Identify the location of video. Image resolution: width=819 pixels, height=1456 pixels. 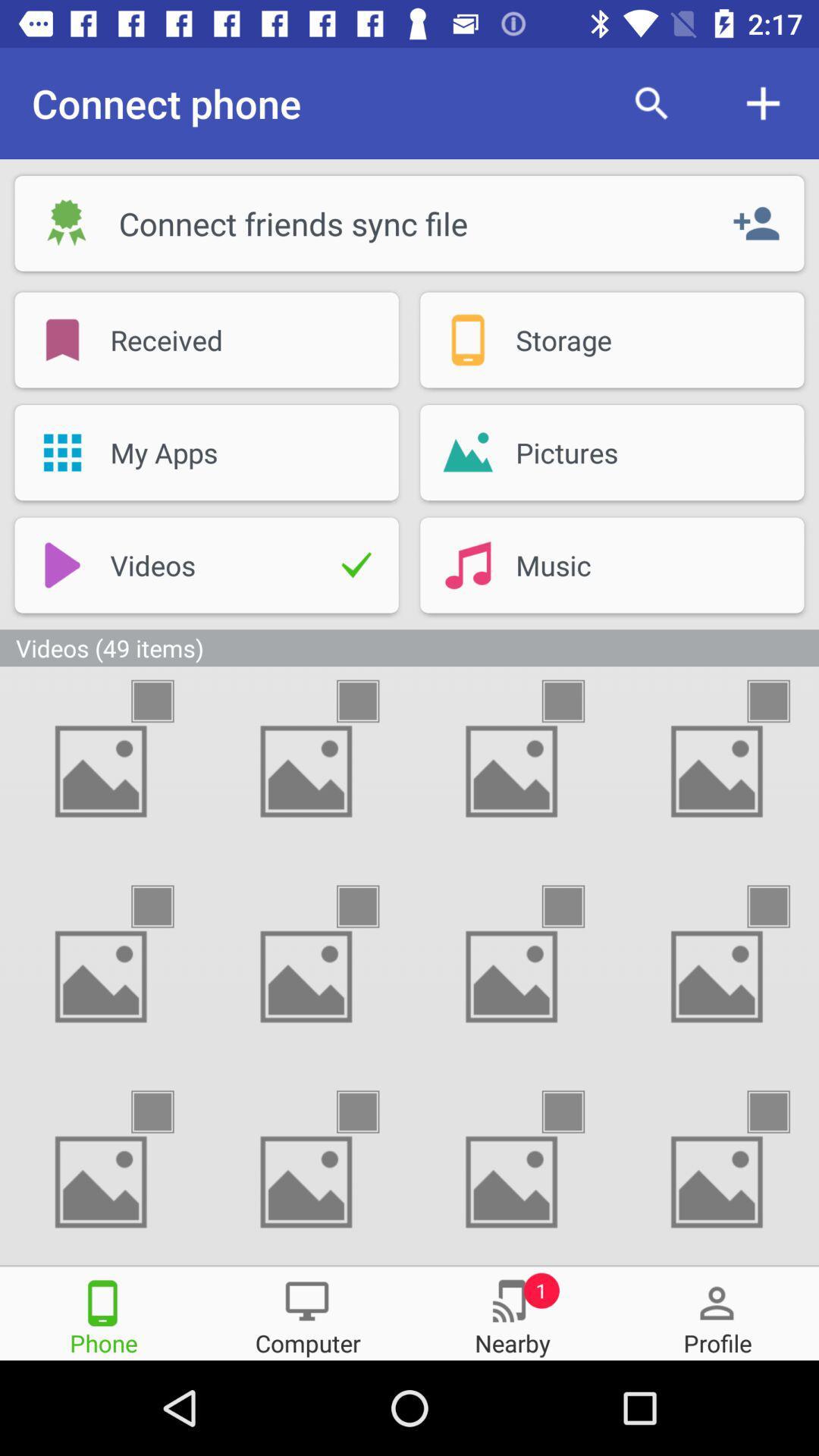
(782, 700).